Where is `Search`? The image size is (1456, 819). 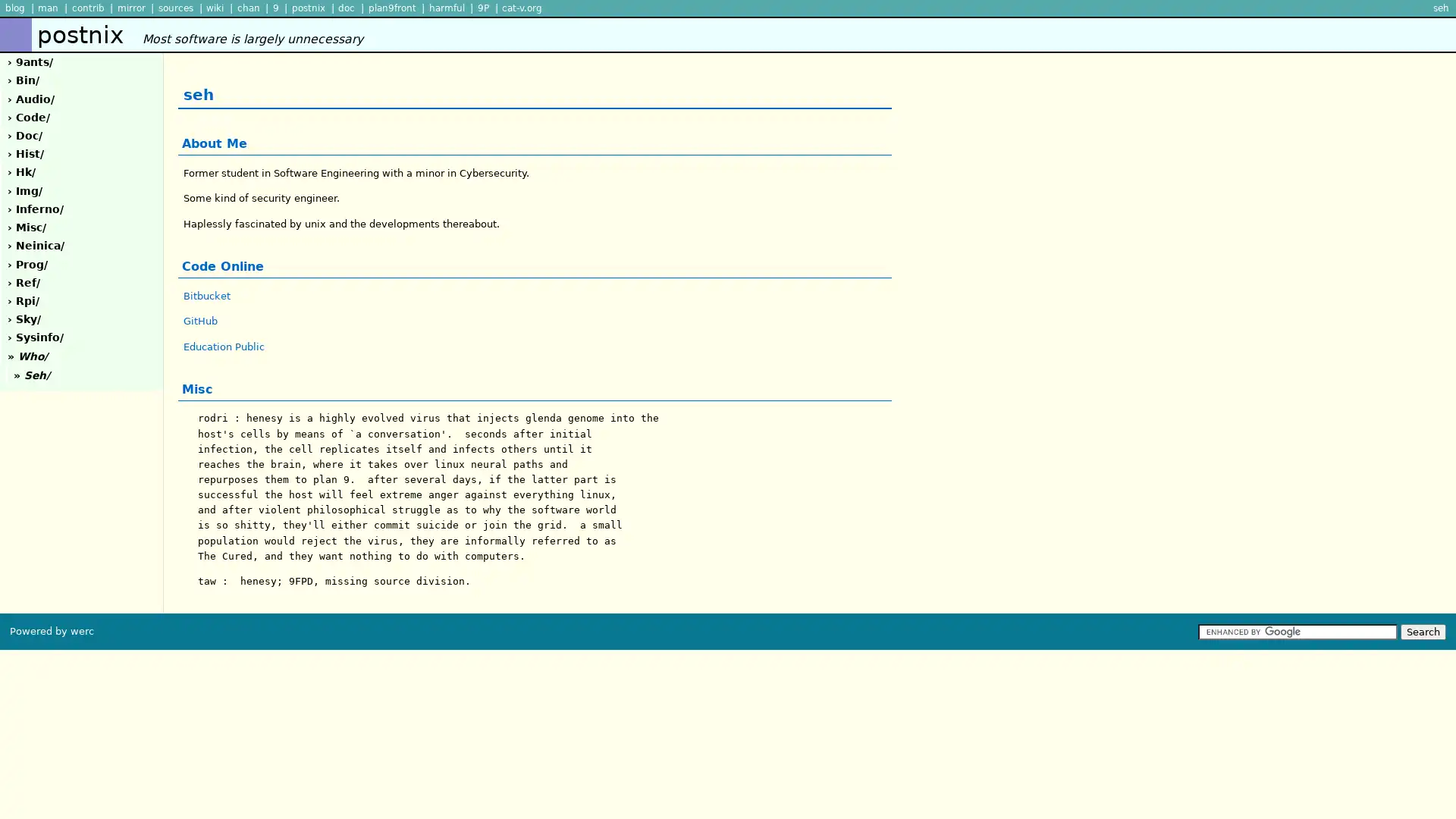
Search is located at coordinates (1422, 631).